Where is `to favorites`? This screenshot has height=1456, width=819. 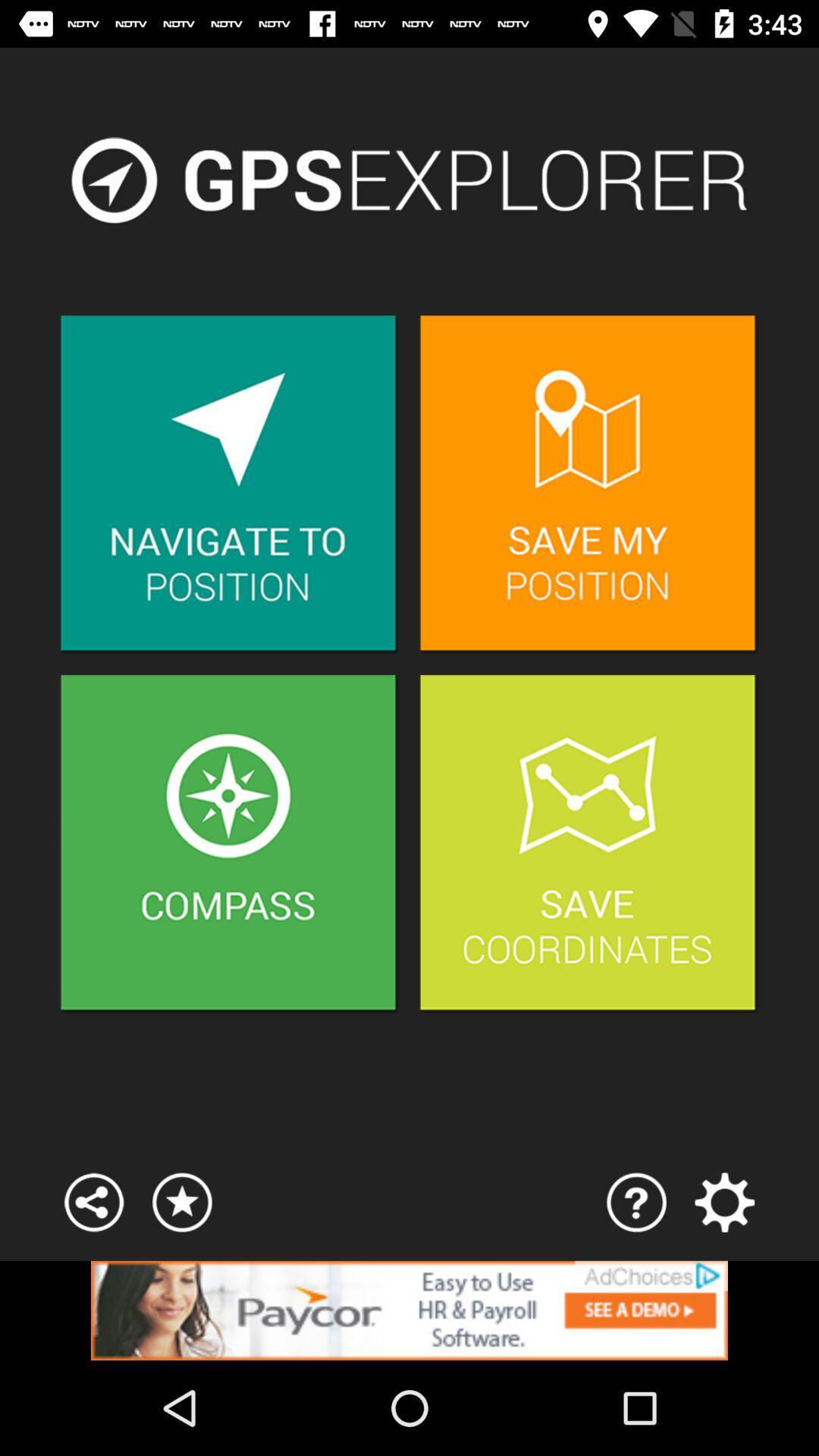
to favorites is located at coordinates (181, 1201).